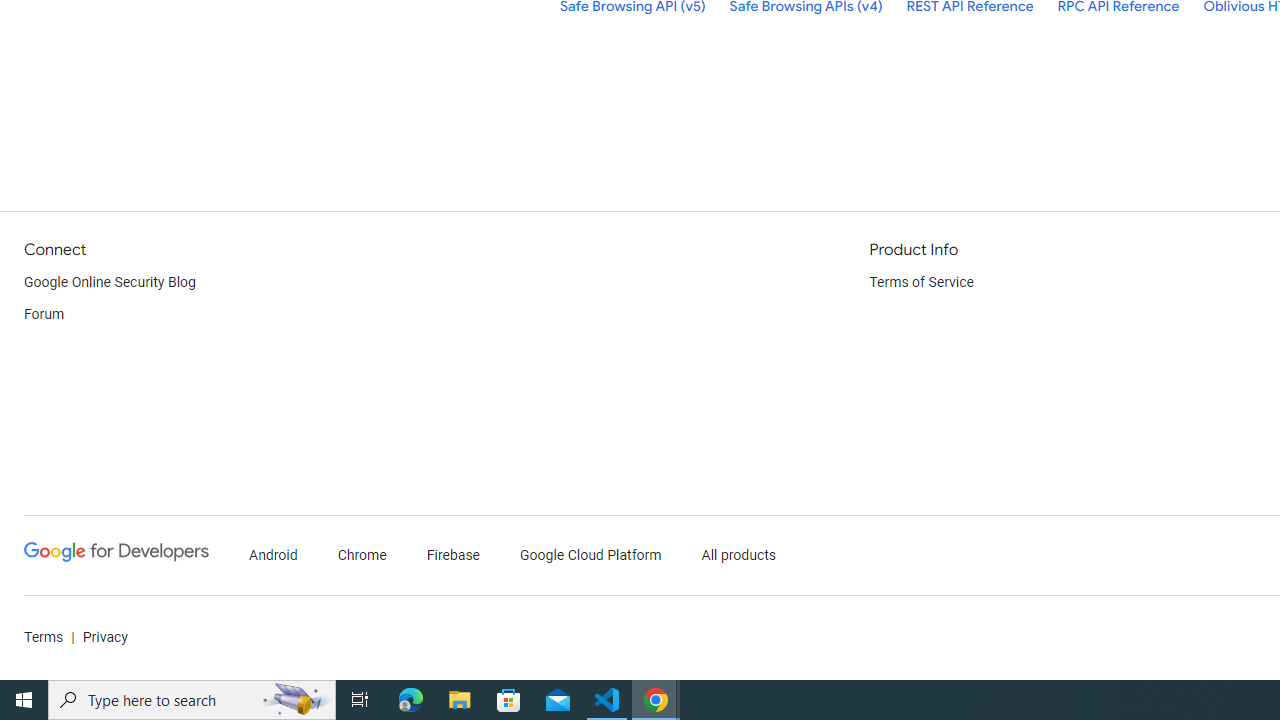 This screenshot has height=720, width=1280. What do you see at coordinates (452, 555) in the screenshot?
I see `'Firebase'` at bounding box center [452, 555].